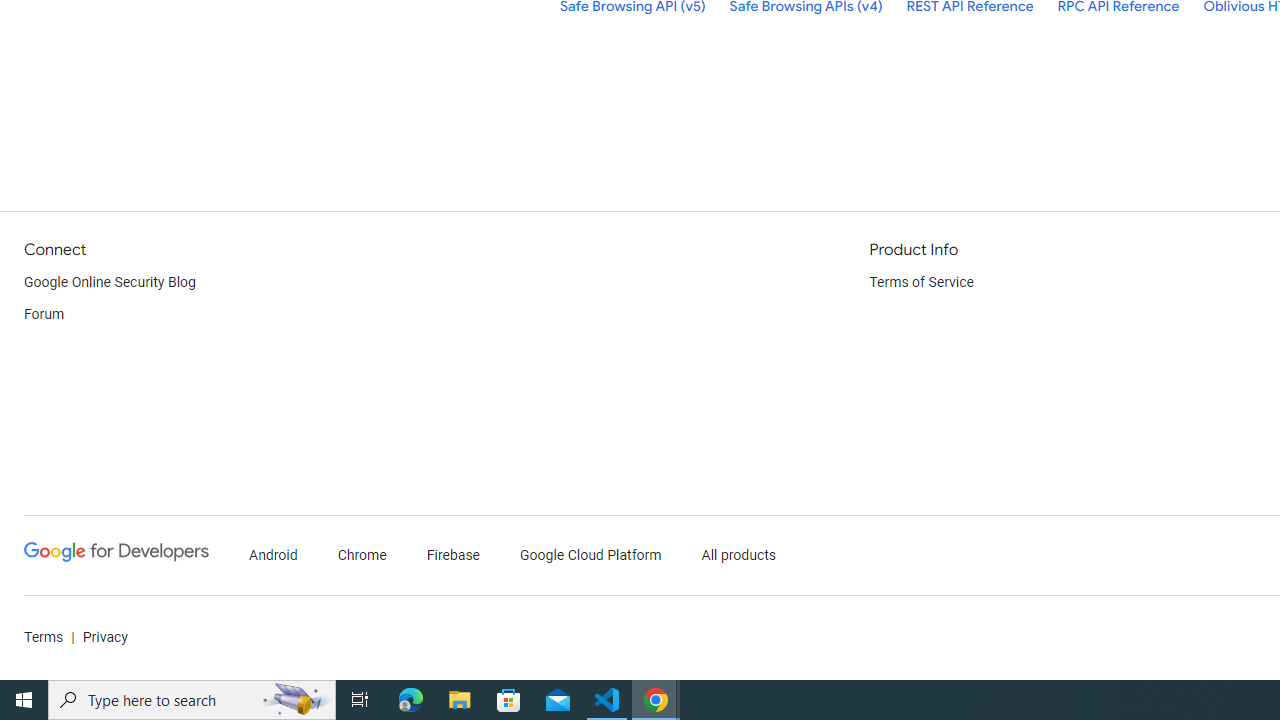 This screenshot has height=720, width=1280. What do you see at coordinates (452, 555) in the screenshot?
I see `'Firebase'` at bounding box center [452, 555].